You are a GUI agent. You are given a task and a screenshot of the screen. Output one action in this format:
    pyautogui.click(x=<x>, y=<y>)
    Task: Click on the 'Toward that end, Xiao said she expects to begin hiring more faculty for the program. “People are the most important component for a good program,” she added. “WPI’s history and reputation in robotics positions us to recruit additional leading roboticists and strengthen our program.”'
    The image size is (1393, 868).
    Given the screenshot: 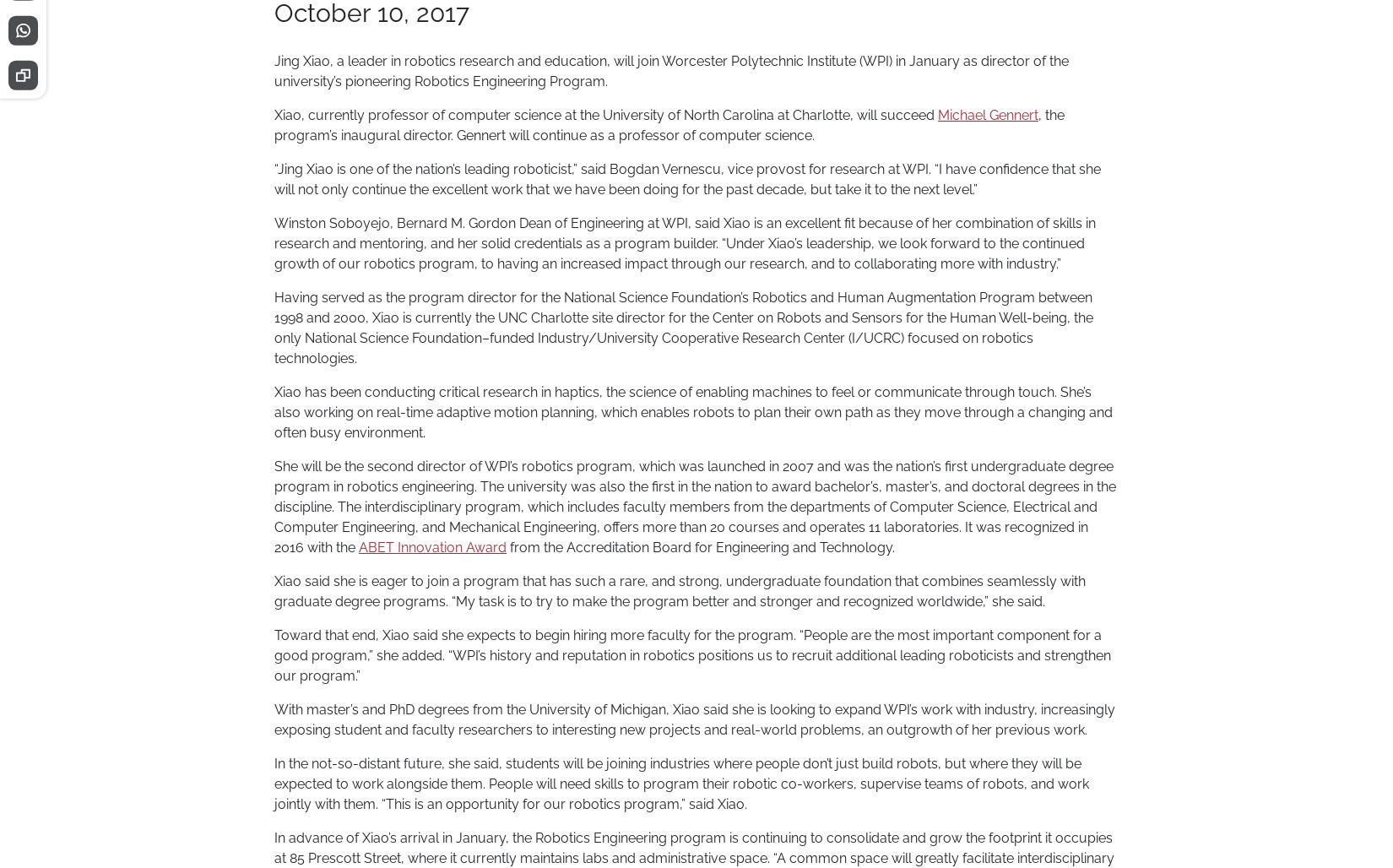 What is the action you would take?
    pyautogui.click(x=691, y=655)
    